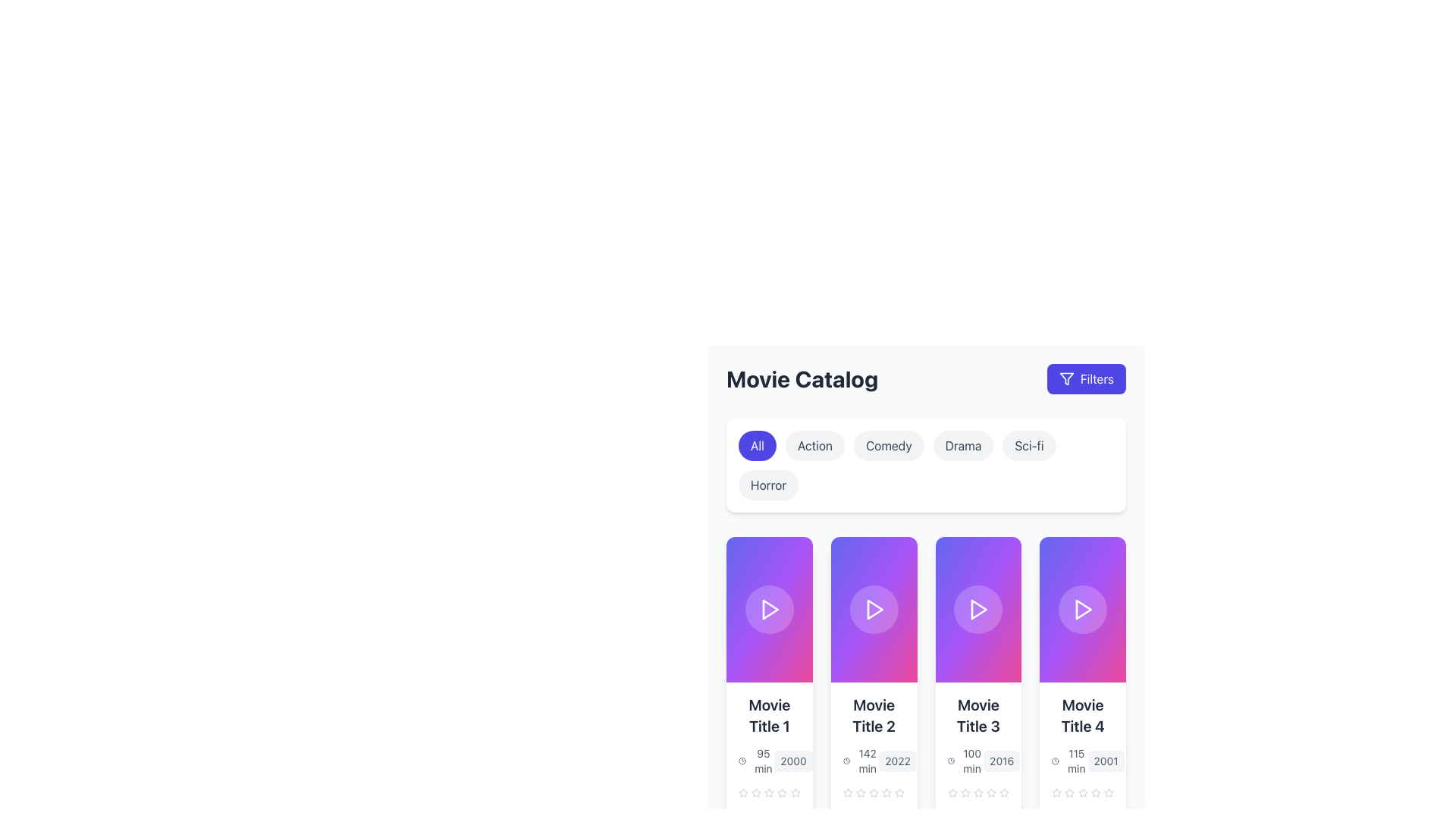 The height and width of the screenshot is (819, 1456). Describe the element at coordinates (861, 761) in the screenshot. I see `the label displaying '142 min' which indicates the duration of 'Movie Title 2', located beneath the movie title and to the left of the year '2022'` at that location.